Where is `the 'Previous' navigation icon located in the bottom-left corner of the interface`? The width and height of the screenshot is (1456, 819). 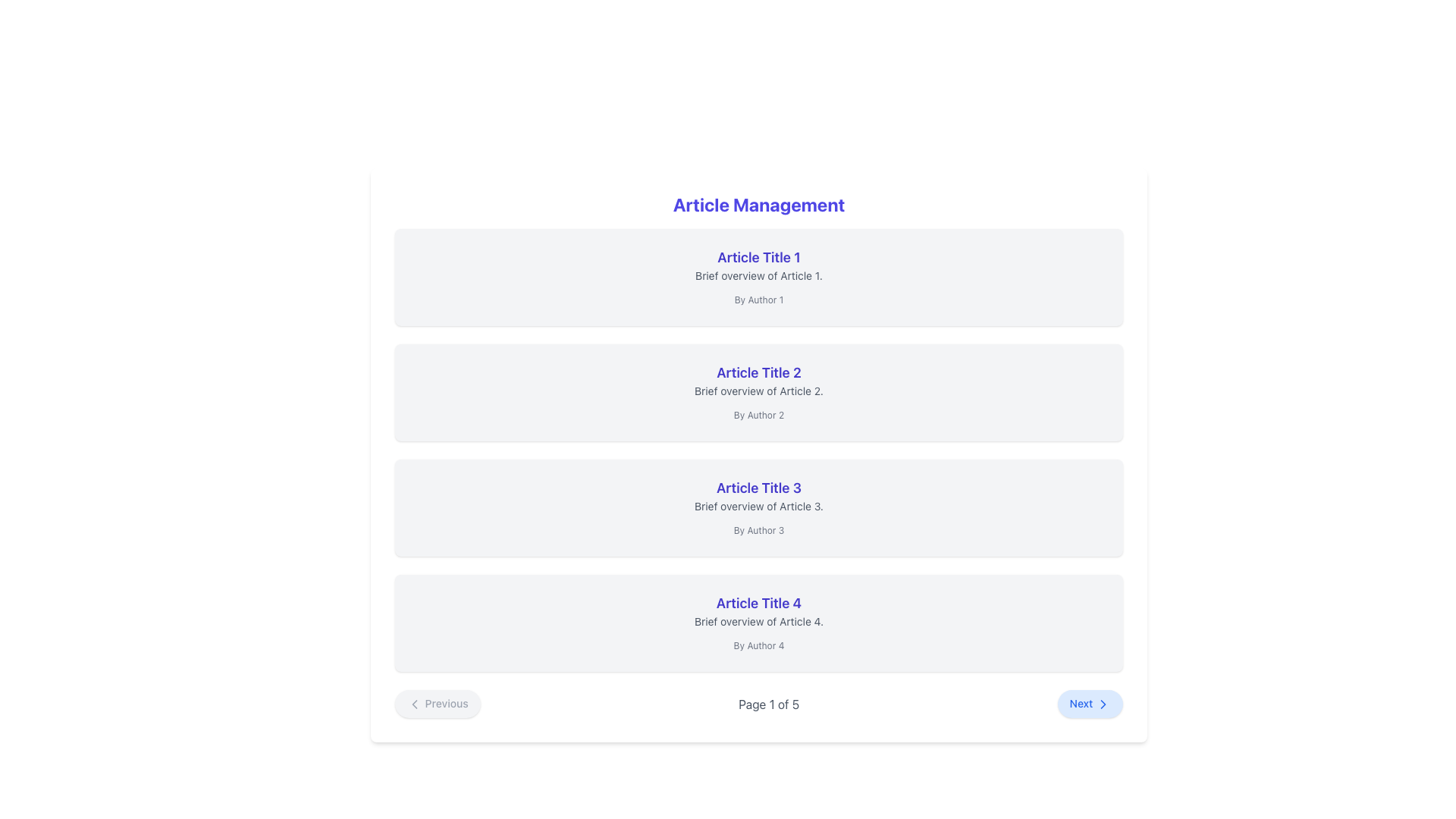
the 'Previous' navigation icon located in the bottom-left corner of the interface is located at coordinates (415, 704).